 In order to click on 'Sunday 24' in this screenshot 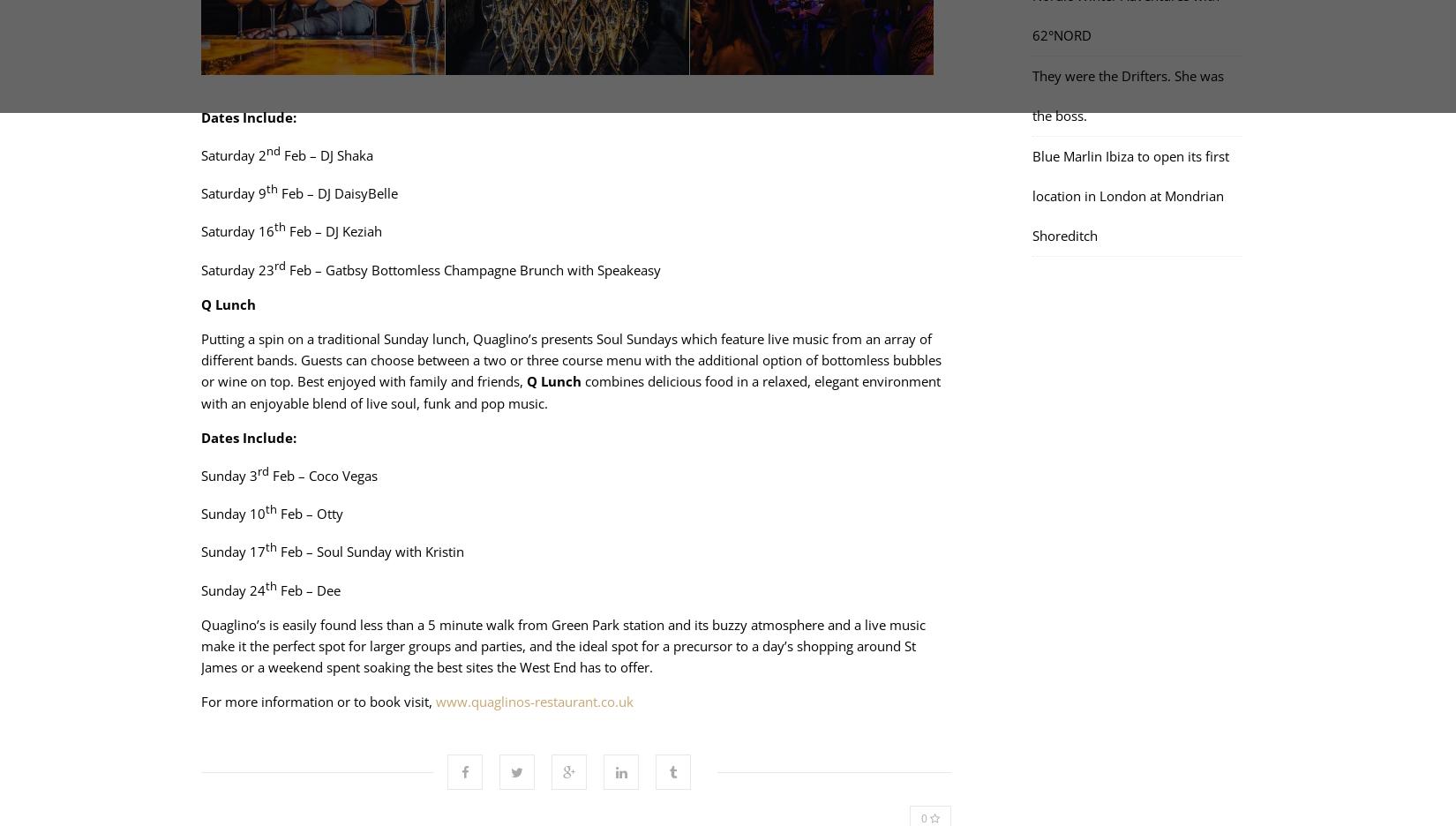, I will do `click(200, 589)`.